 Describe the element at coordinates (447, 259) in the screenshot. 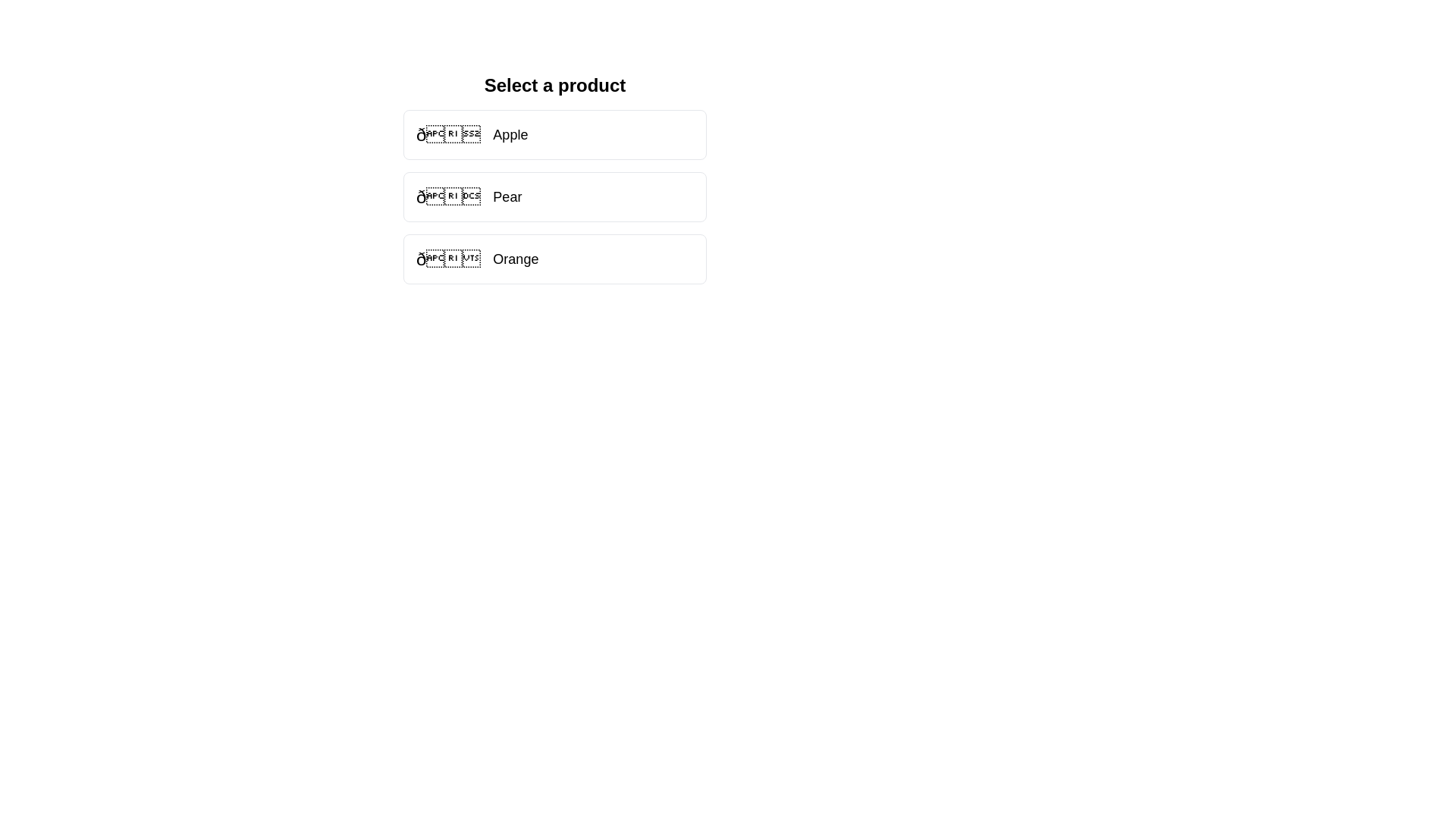

I see `the peach emoji-style icon that is positioned to the left of the label 'Orange' in the third row of the vertically stacked column` at that location.